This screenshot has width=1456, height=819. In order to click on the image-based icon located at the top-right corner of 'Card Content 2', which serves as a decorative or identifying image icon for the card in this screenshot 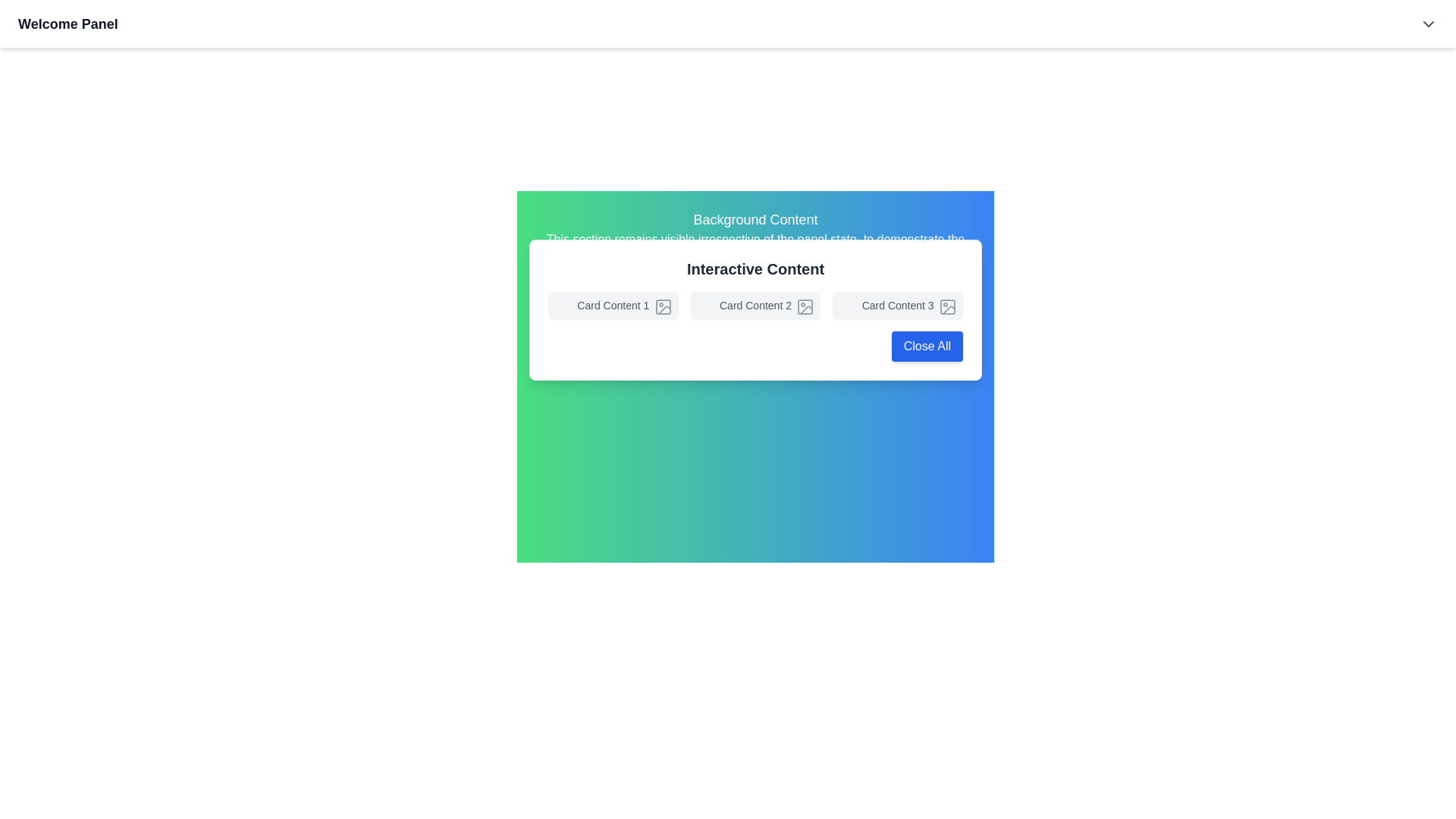, I will do `click(805, 307)`.